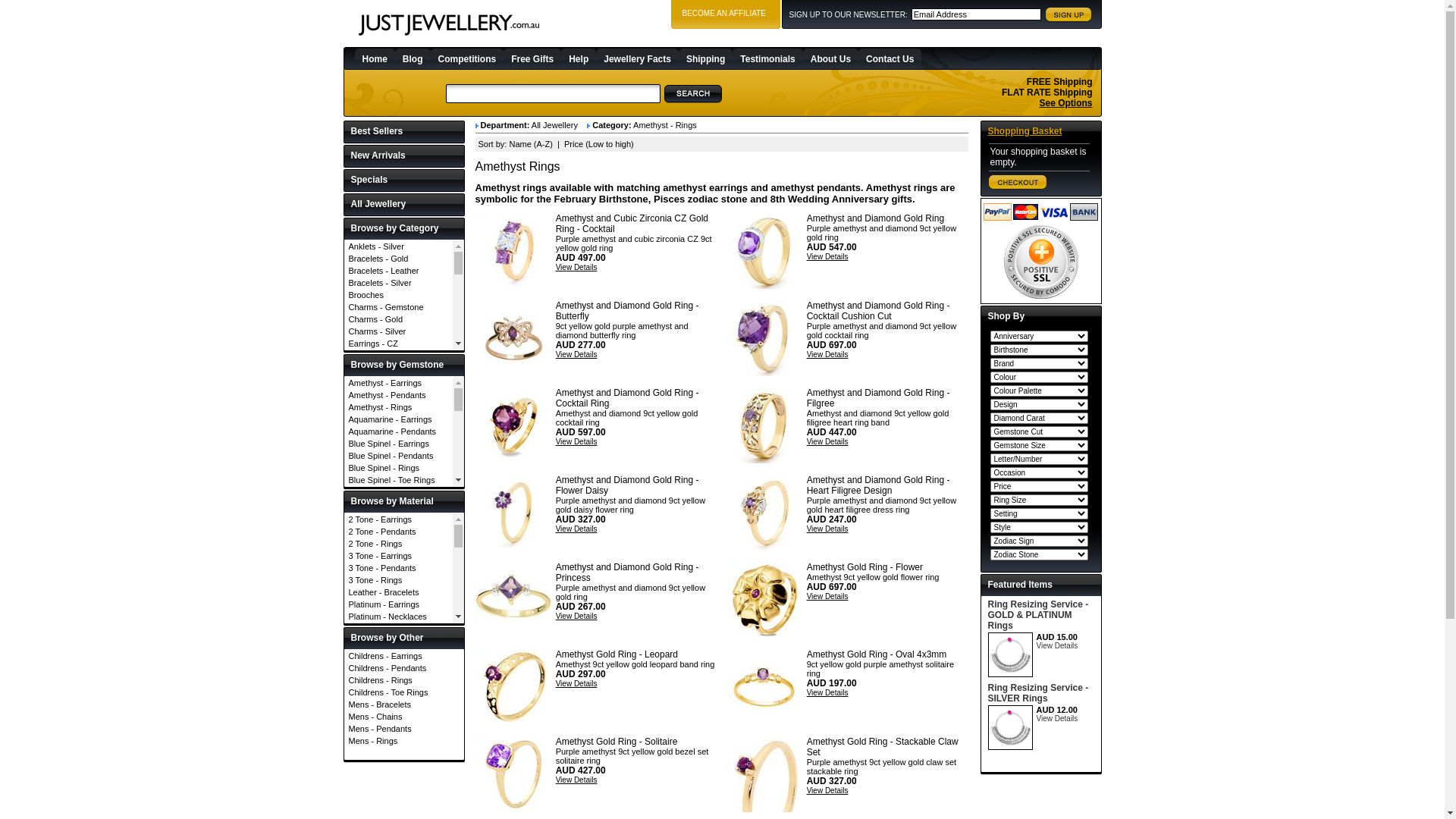 The height and width of the screenshot is (819, 1456). I want to click on 'Shopping Basket', so click(987, 130).